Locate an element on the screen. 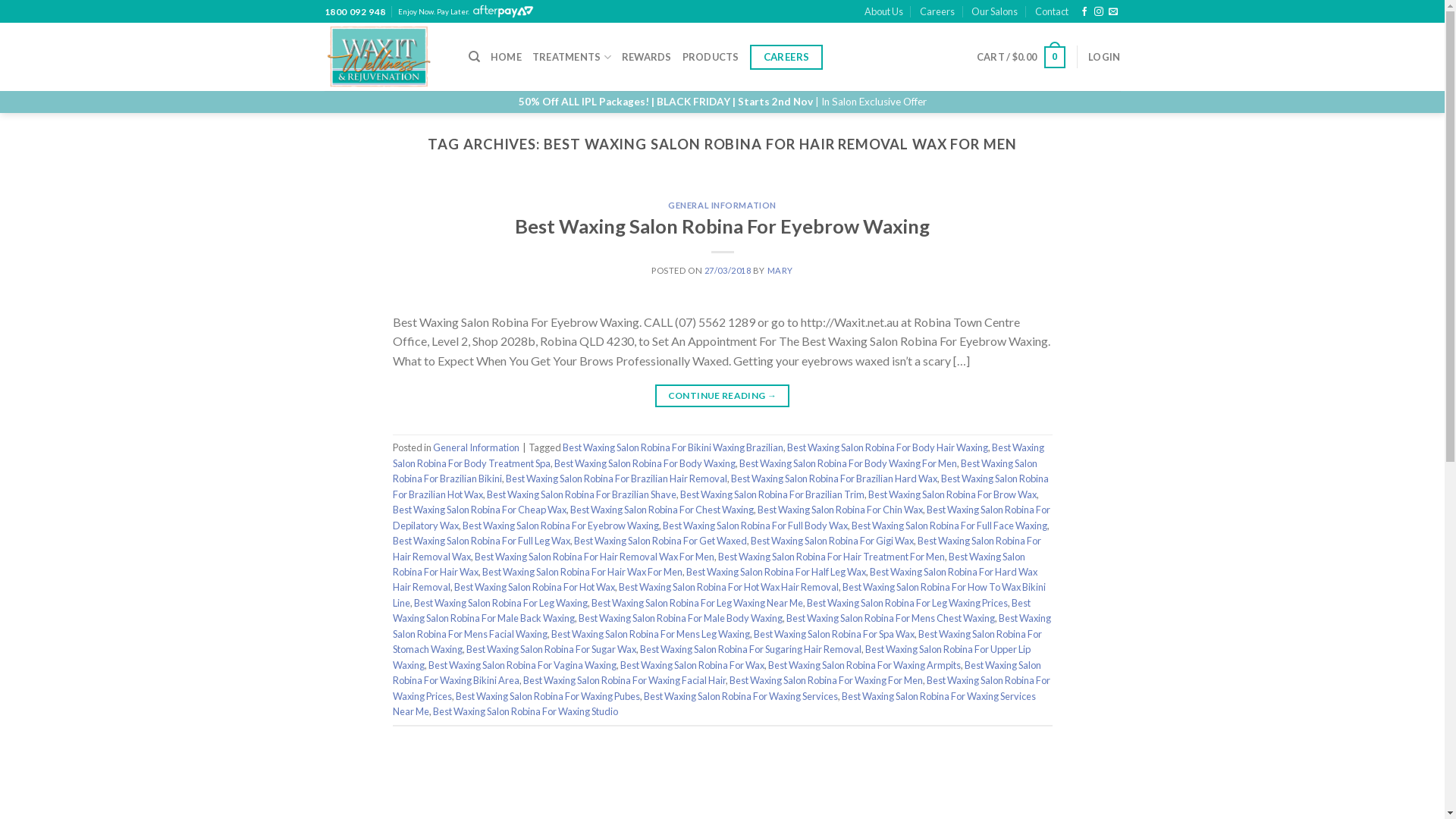  'About Us' is located at coordinates (883, 11).